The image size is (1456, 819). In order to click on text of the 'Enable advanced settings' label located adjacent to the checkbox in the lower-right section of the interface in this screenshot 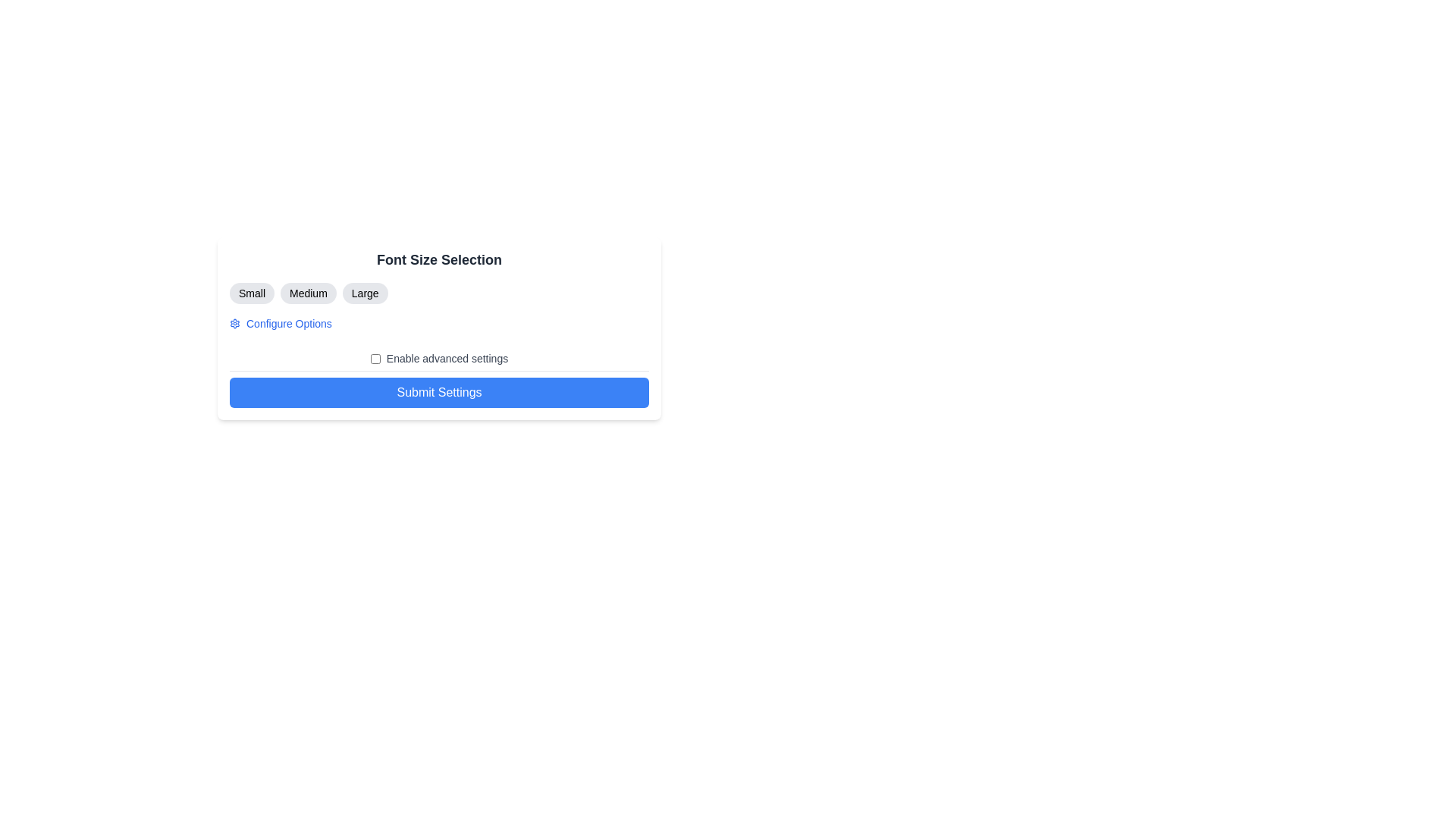, I will do `click(447, 359)`.